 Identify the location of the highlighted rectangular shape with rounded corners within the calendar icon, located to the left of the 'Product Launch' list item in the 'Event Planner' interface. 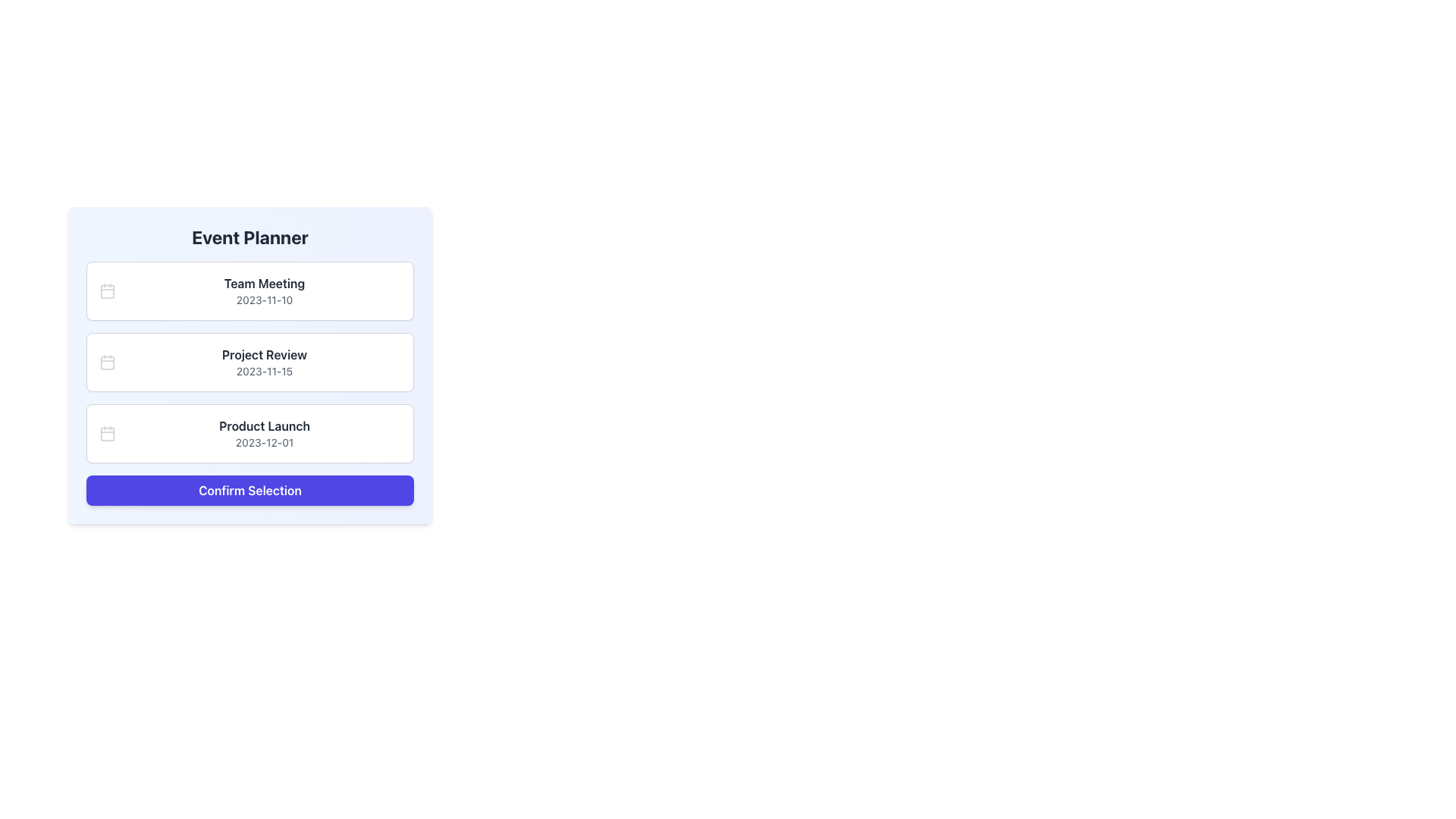
(107, 433).